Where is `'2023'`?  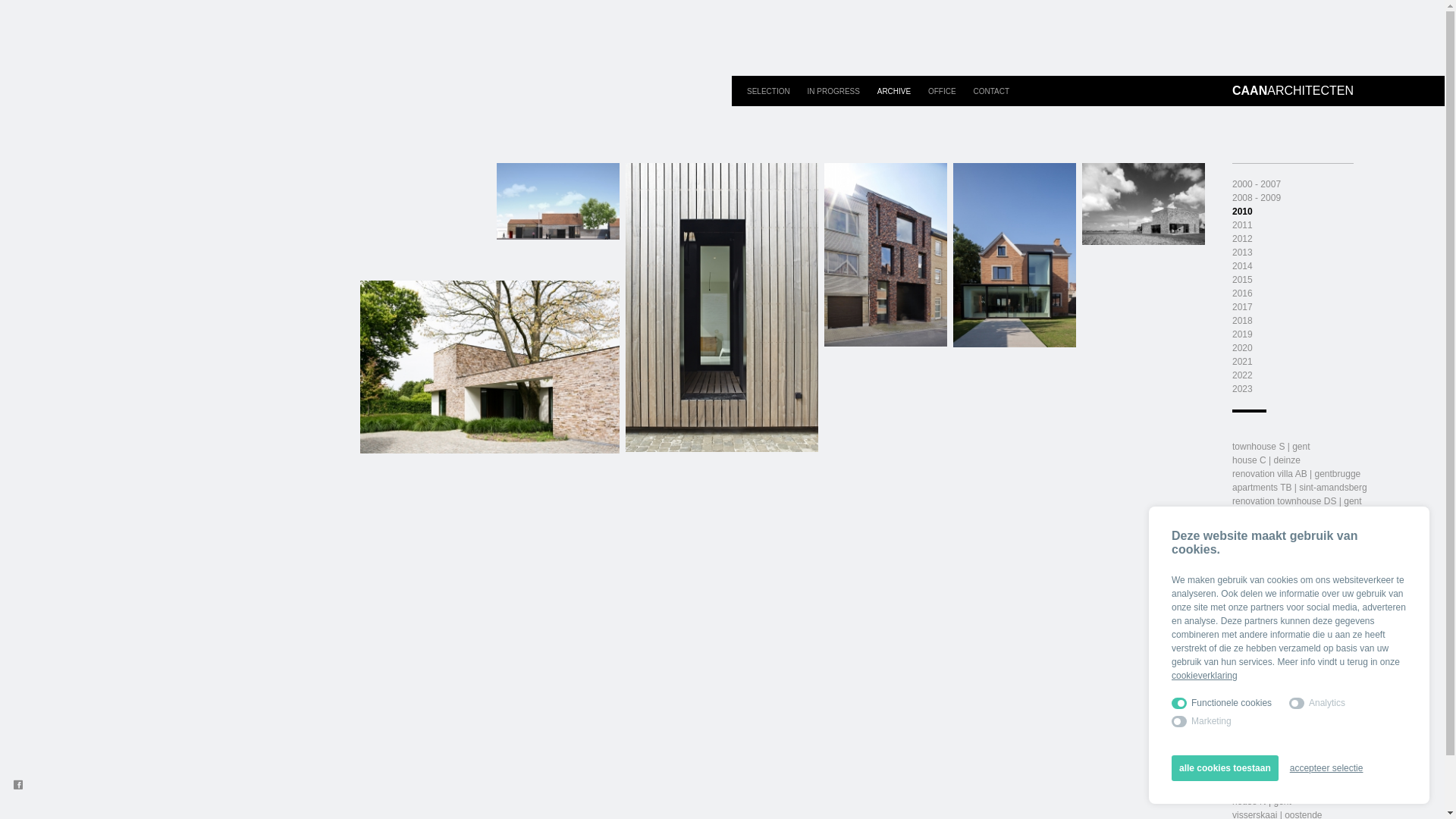 '2023' is located at coordinates (1242, 388).